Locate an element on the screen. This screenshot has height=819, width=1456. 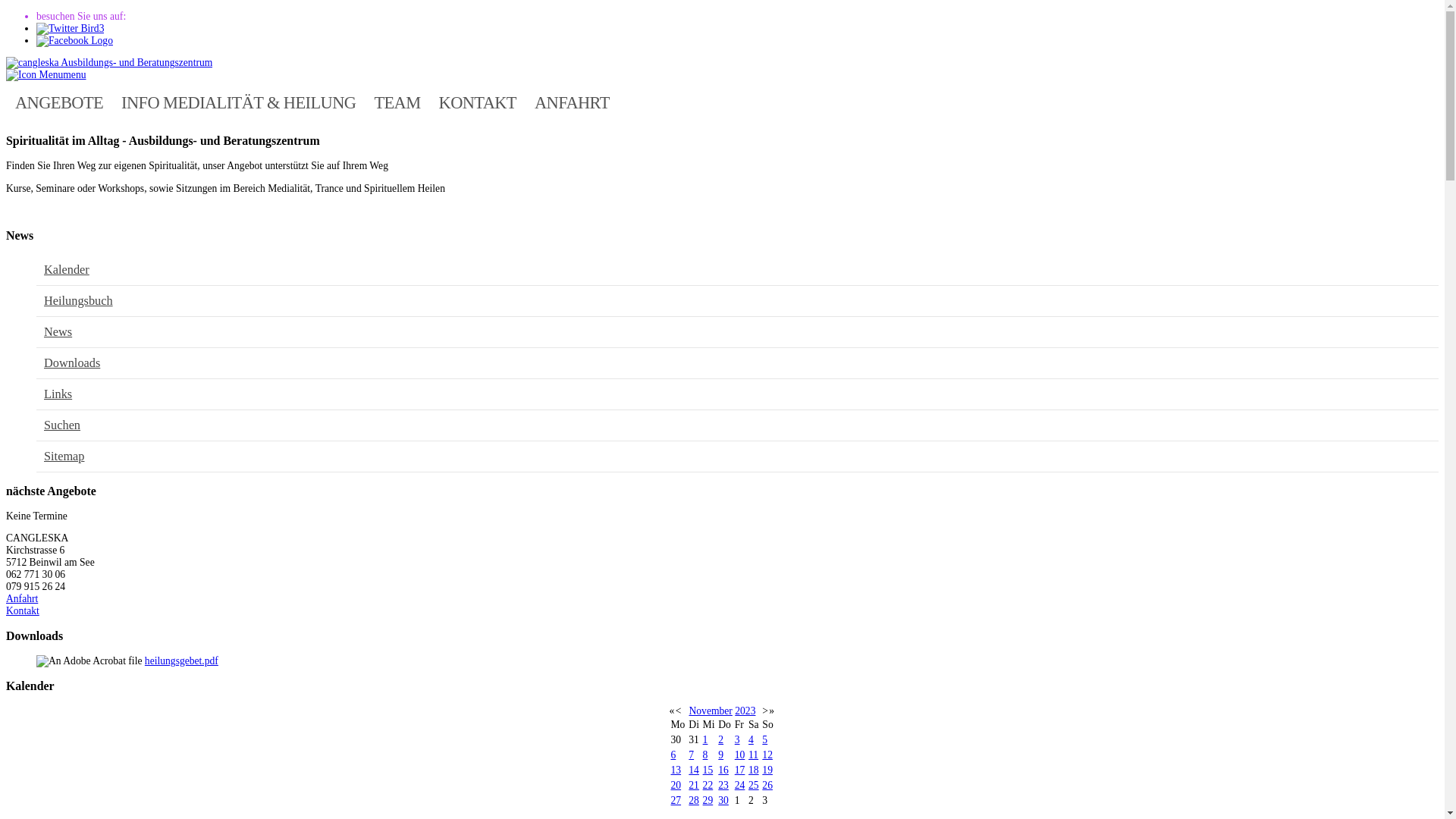
'2023' is located at coordinates (745, 711).